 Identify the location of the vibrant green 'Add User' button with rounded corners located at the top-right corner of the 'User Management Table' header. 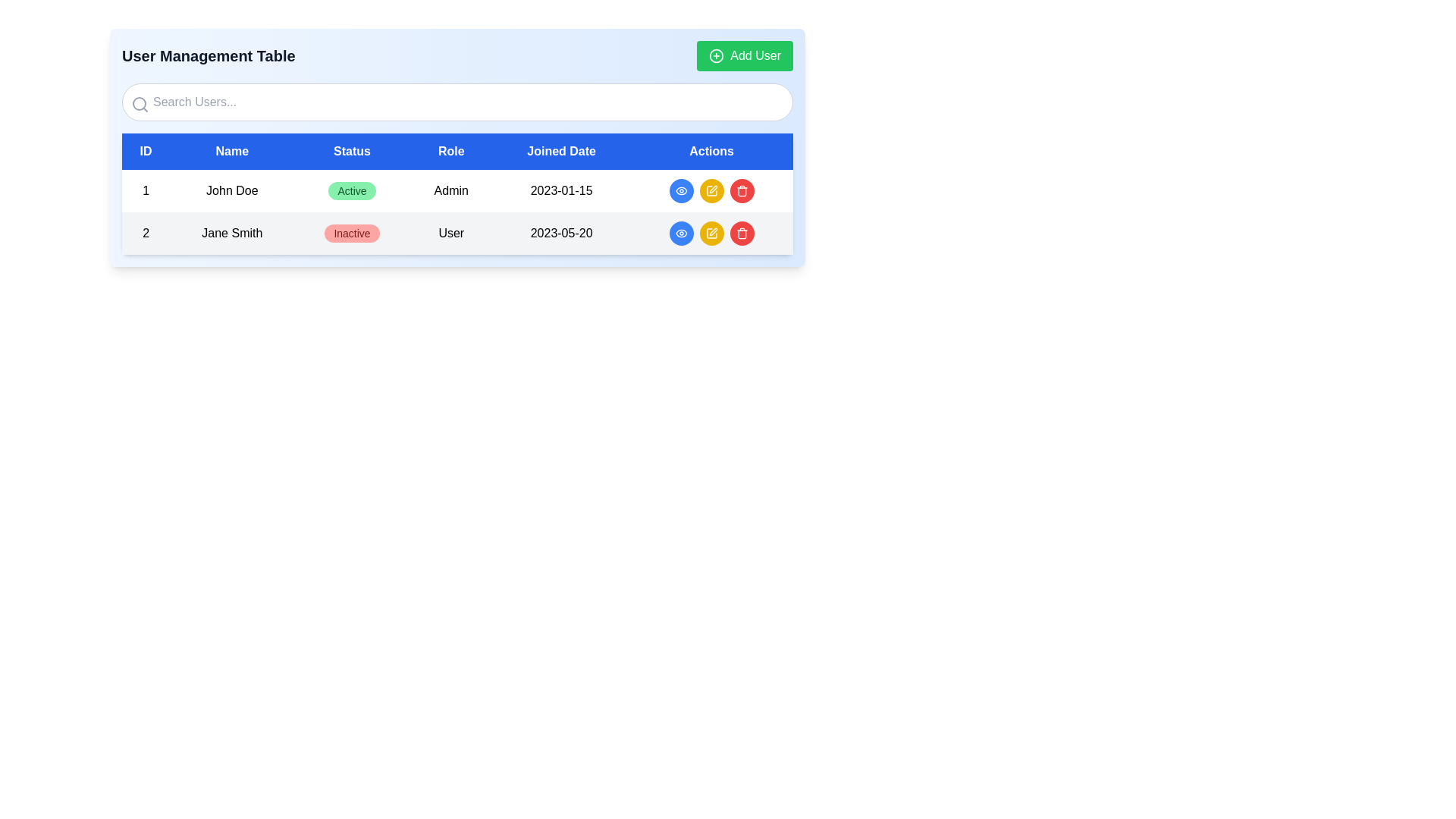
(745, 55).